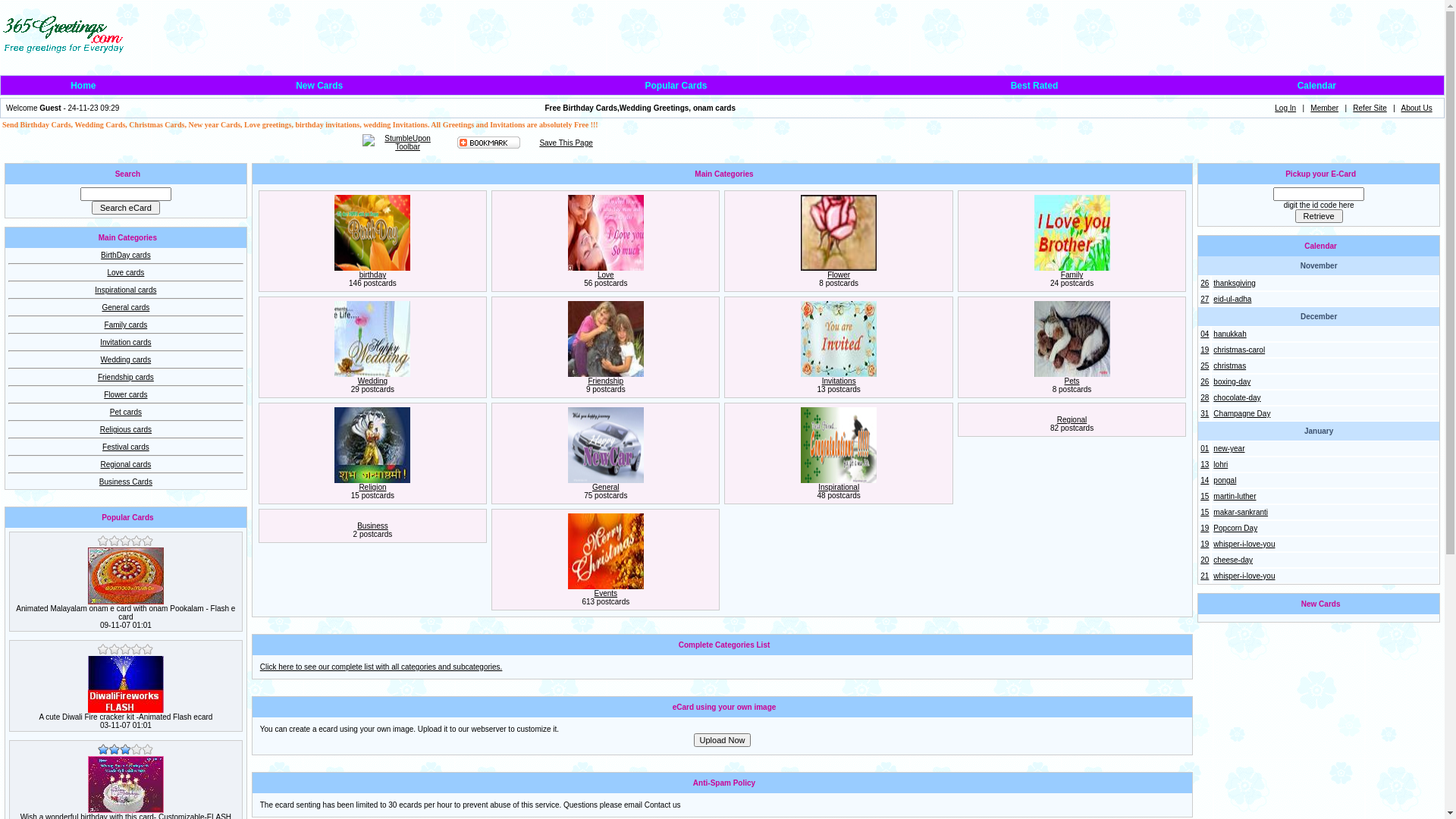  Describe the element at coordinates (1229, 366) in the screenshot. I see `'christmas'` at that location.